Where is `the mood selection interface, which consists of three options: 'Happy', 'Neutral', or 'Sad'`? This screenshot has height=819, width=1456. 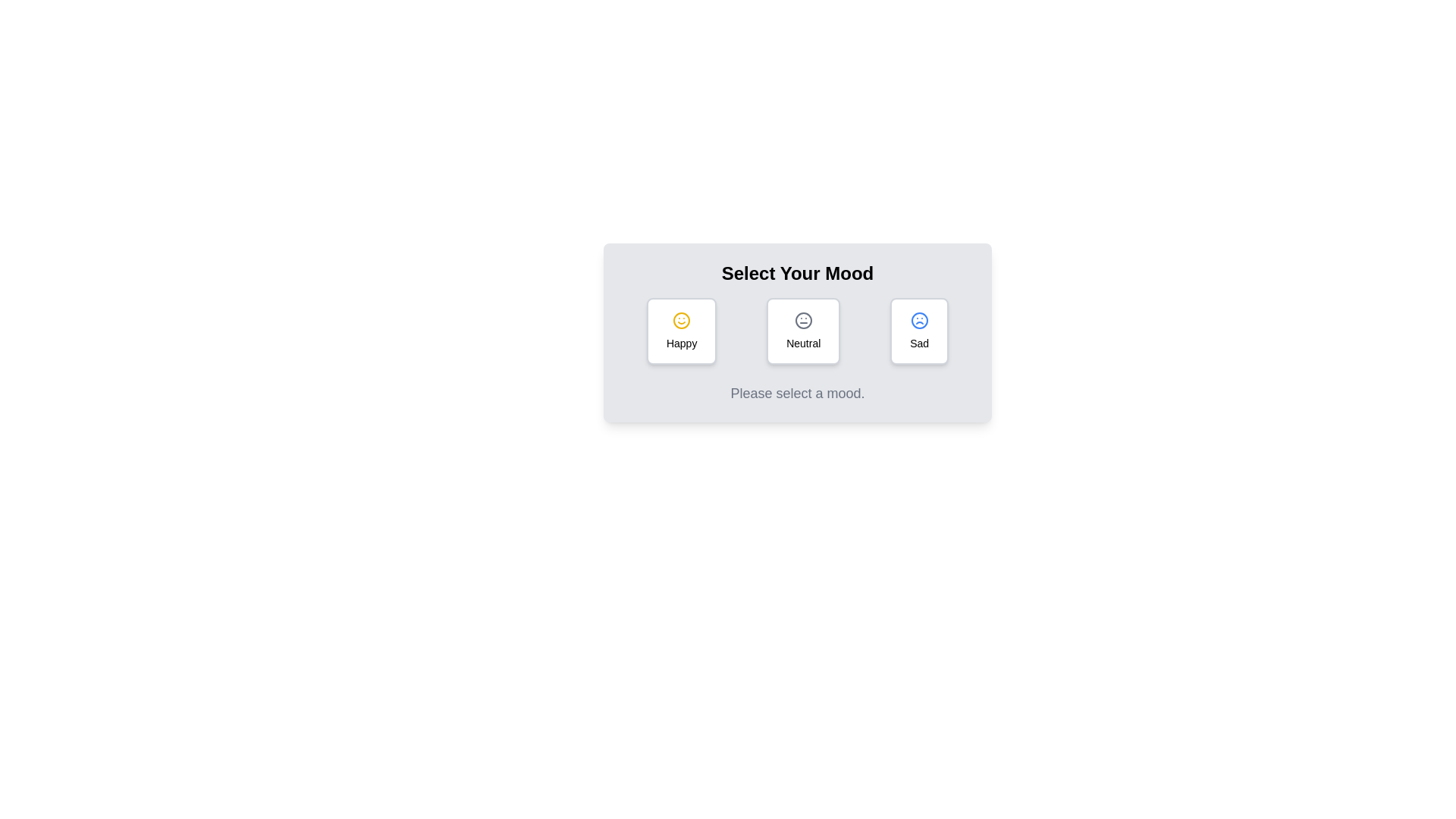 the mood selection interface, which consists of three options: 'Happy', 'Neutral', or 'Sad' is located at coordinates (796, 332).